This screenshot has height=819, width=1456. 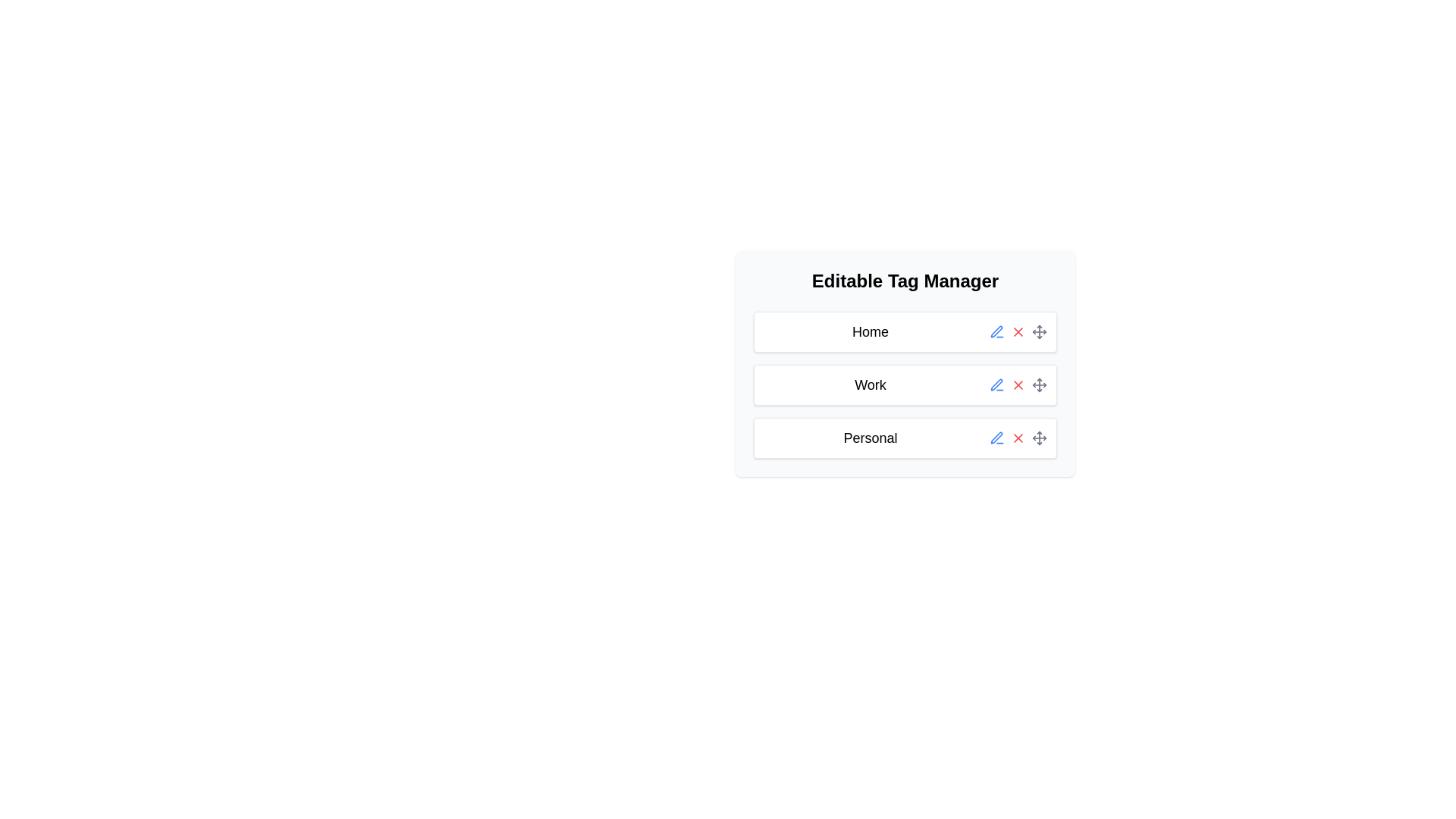 What do you see at coordinates (996, 384) in the screenshot?
I see `the pen icon in the Editable Tag Manager interface` at bounding box center [996, 384].